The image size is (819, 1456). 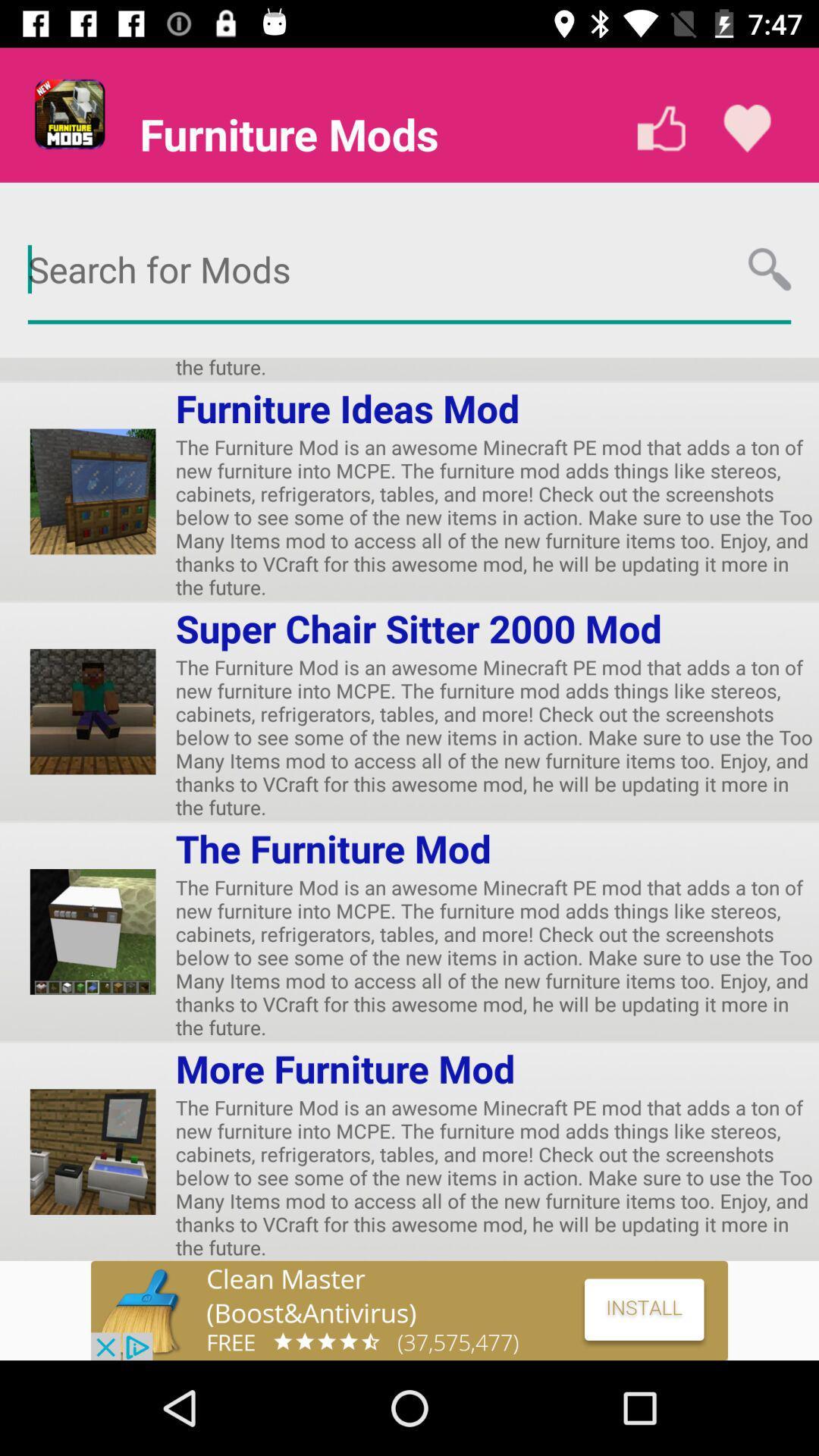 What do you see at coordinates (93, 1151) in the screenshot?
I see `the last image at the left bottom of the site` at bounding box center [93, 1151].